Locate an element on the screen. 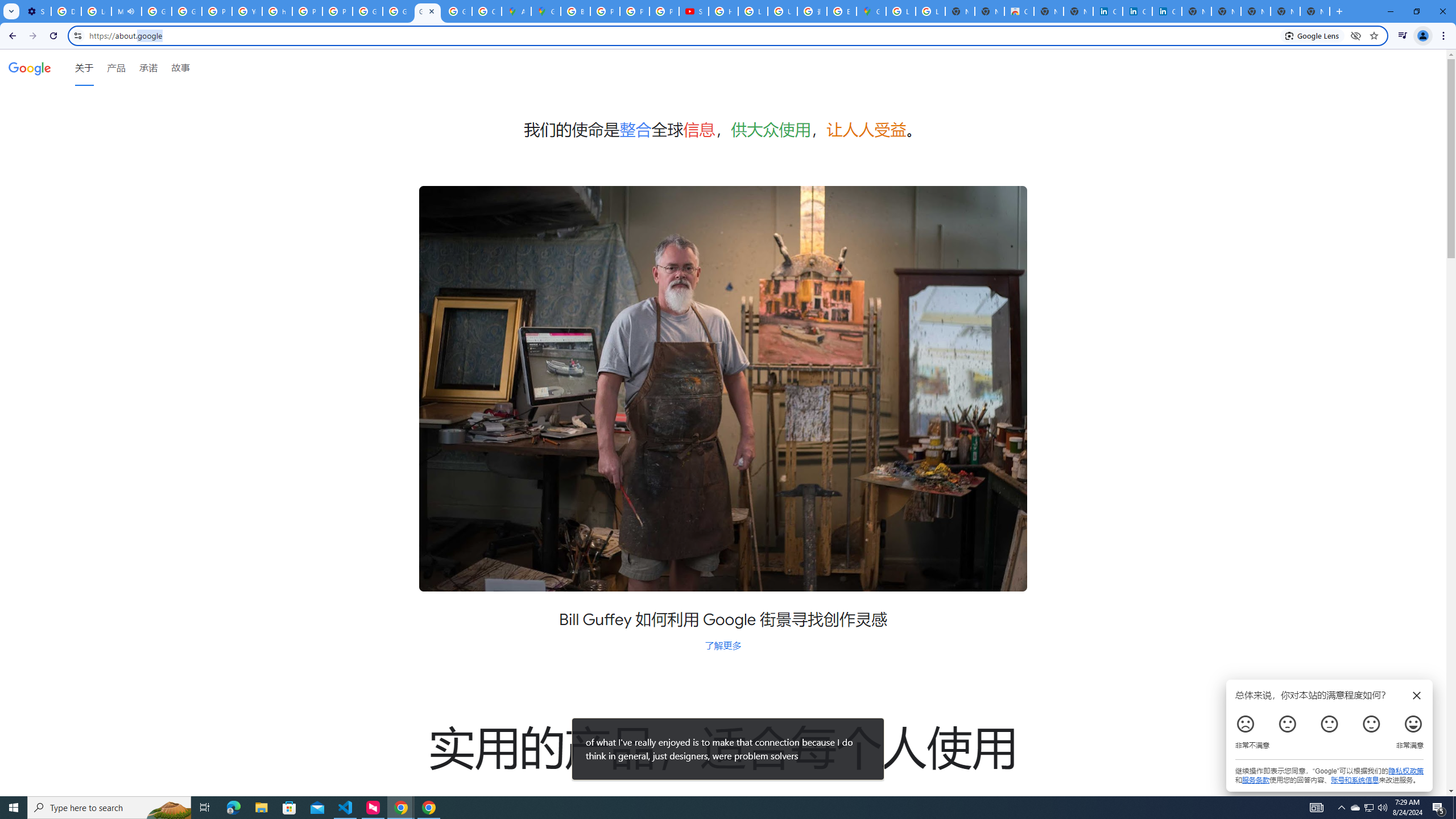 The height and width of the screenshot is (819, 1456). 'Explore new street-level details - Google Maps Help' is located at coordinates (841, 11).